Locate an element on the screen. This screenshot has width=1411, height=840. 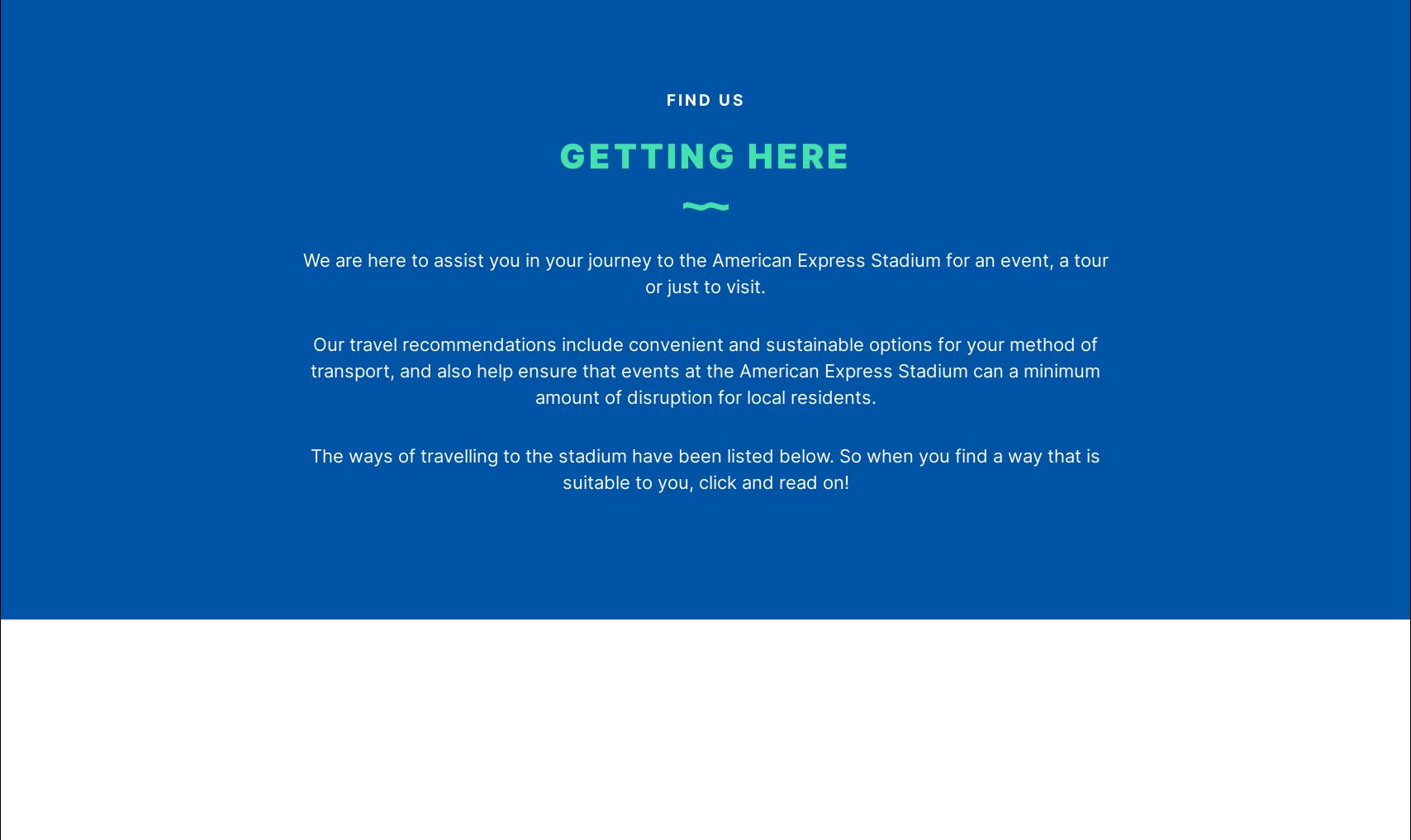
'What's on' is located at coordinates (229, 316).